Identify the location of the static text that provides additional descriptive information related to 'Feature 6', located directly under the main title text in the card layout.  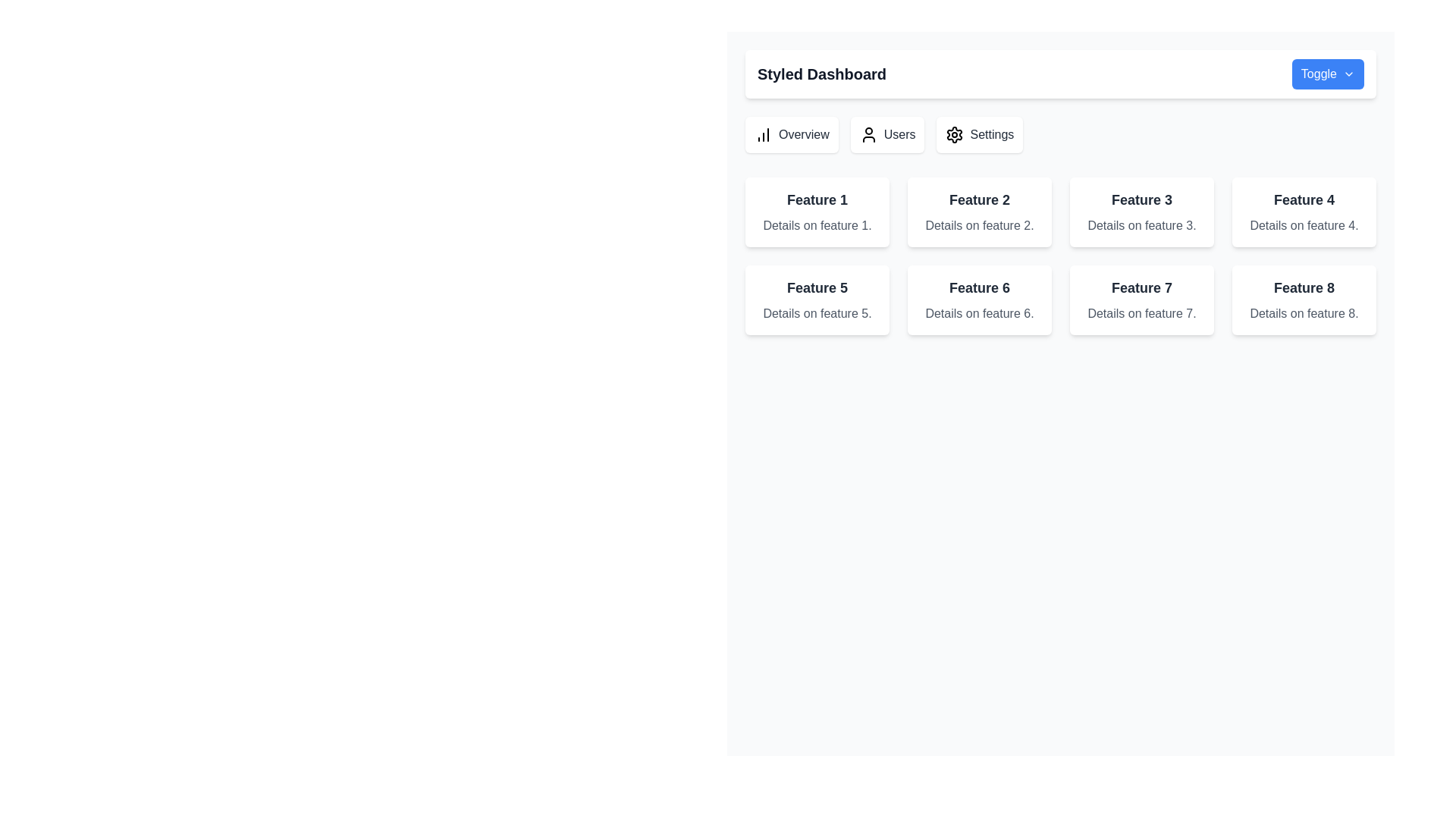
(979, 312).